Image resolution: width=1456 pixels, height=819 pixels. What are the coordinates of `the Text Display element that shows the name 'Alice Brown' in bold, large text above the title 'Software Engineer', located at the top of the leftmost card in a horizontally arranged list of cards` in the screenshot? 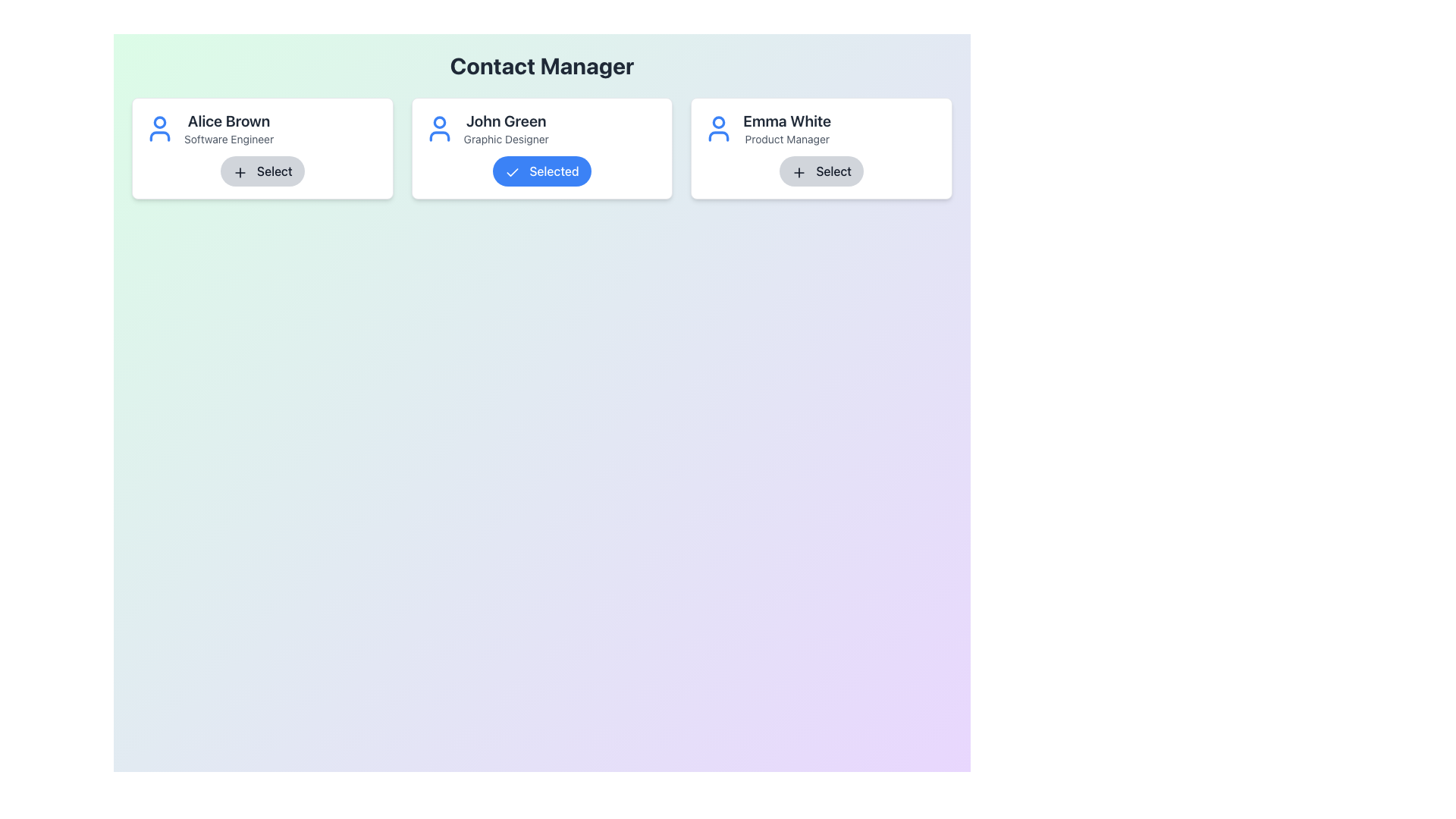 It's located at (262, 127).